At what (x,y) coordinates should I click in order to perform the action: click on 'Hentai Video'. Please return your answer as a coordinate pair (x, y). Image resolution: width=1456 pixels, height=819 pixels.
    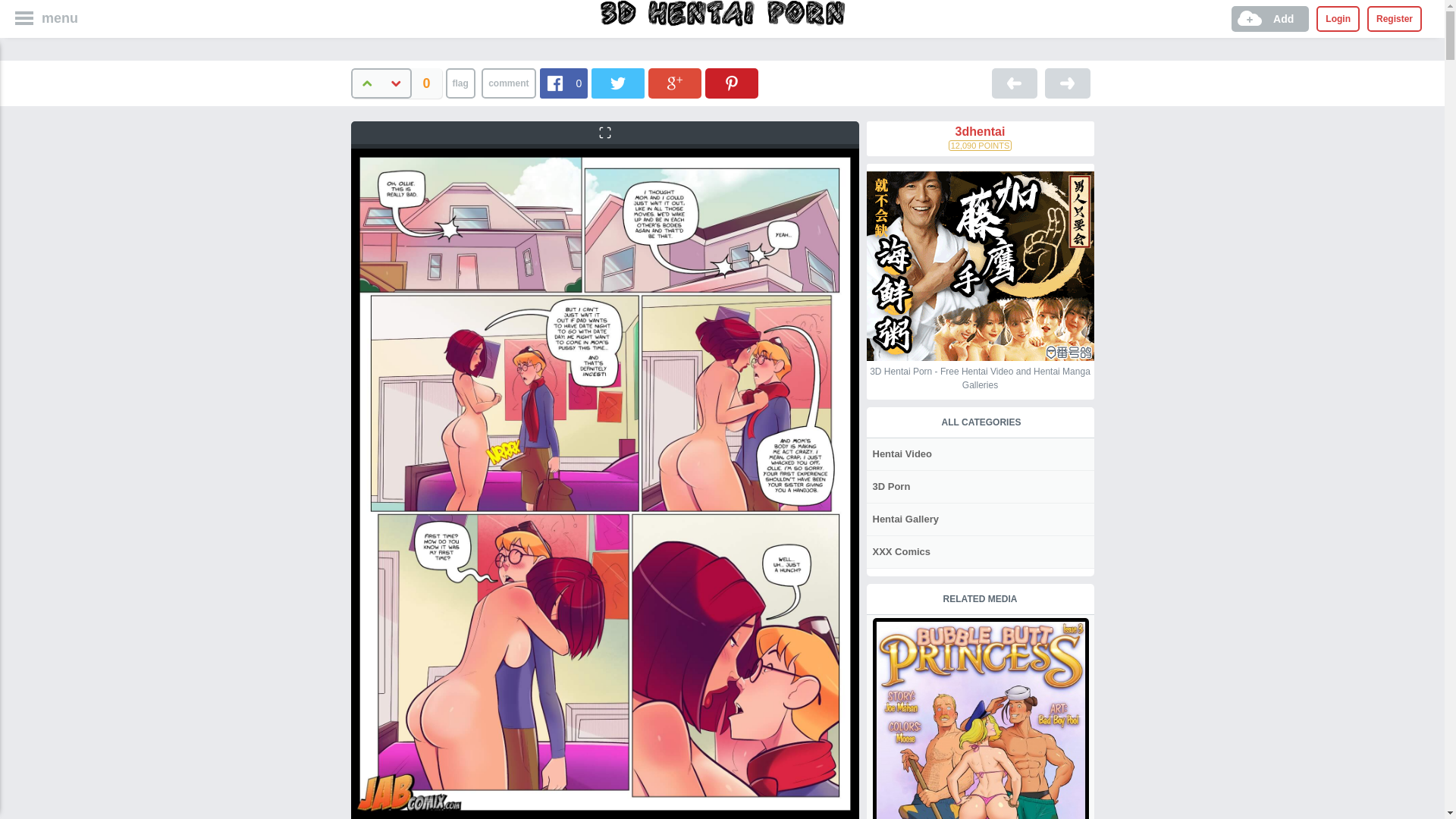
    Looking at the image, I should click on (901, 453).